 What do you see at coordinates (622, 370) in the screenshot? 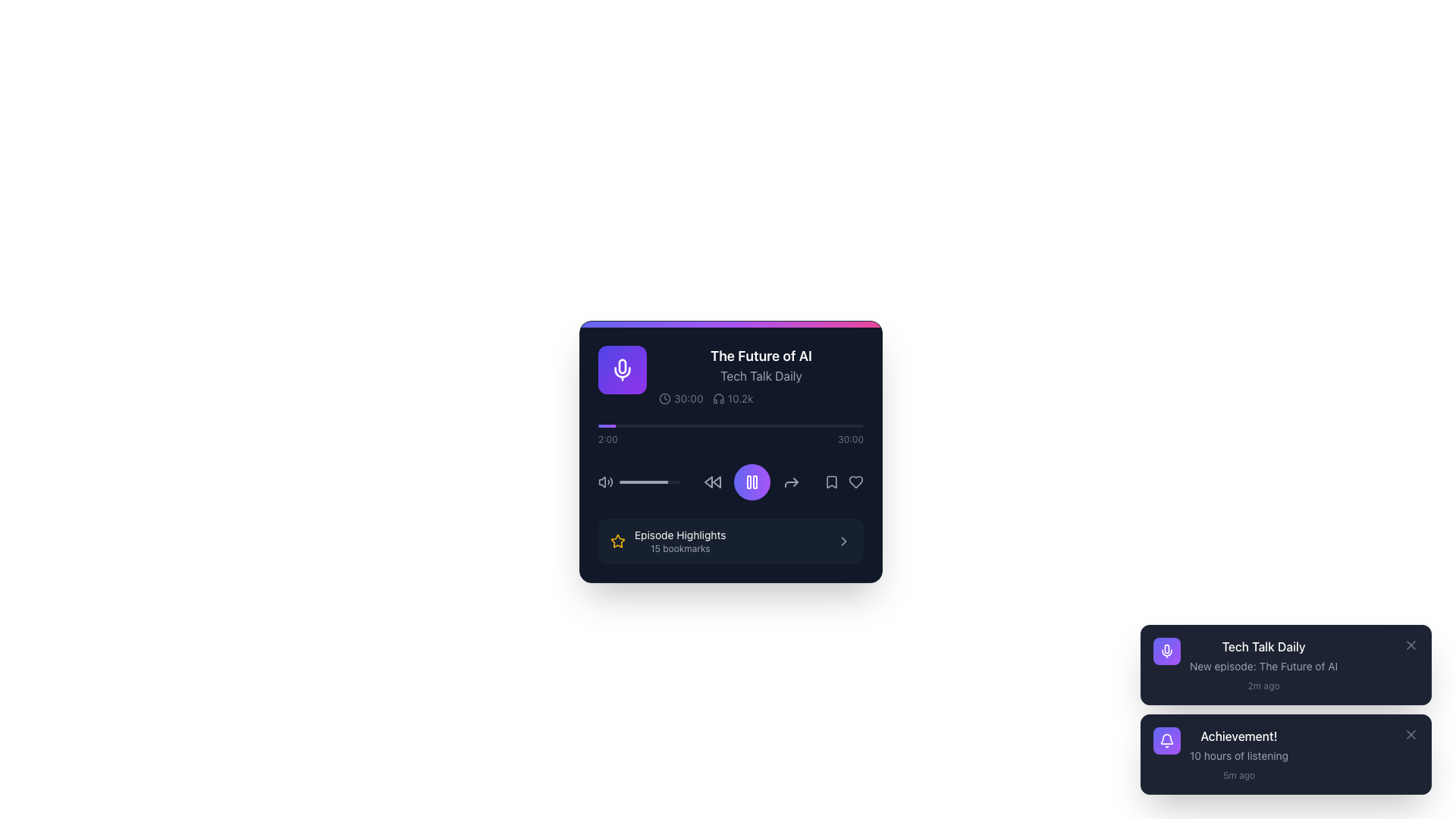
I see `the microphone icon representing audio functionality, located to the left of the title 'The Future of AI' and subtitle 'Tech Talk Daily'` at bounding box center [622, 370].